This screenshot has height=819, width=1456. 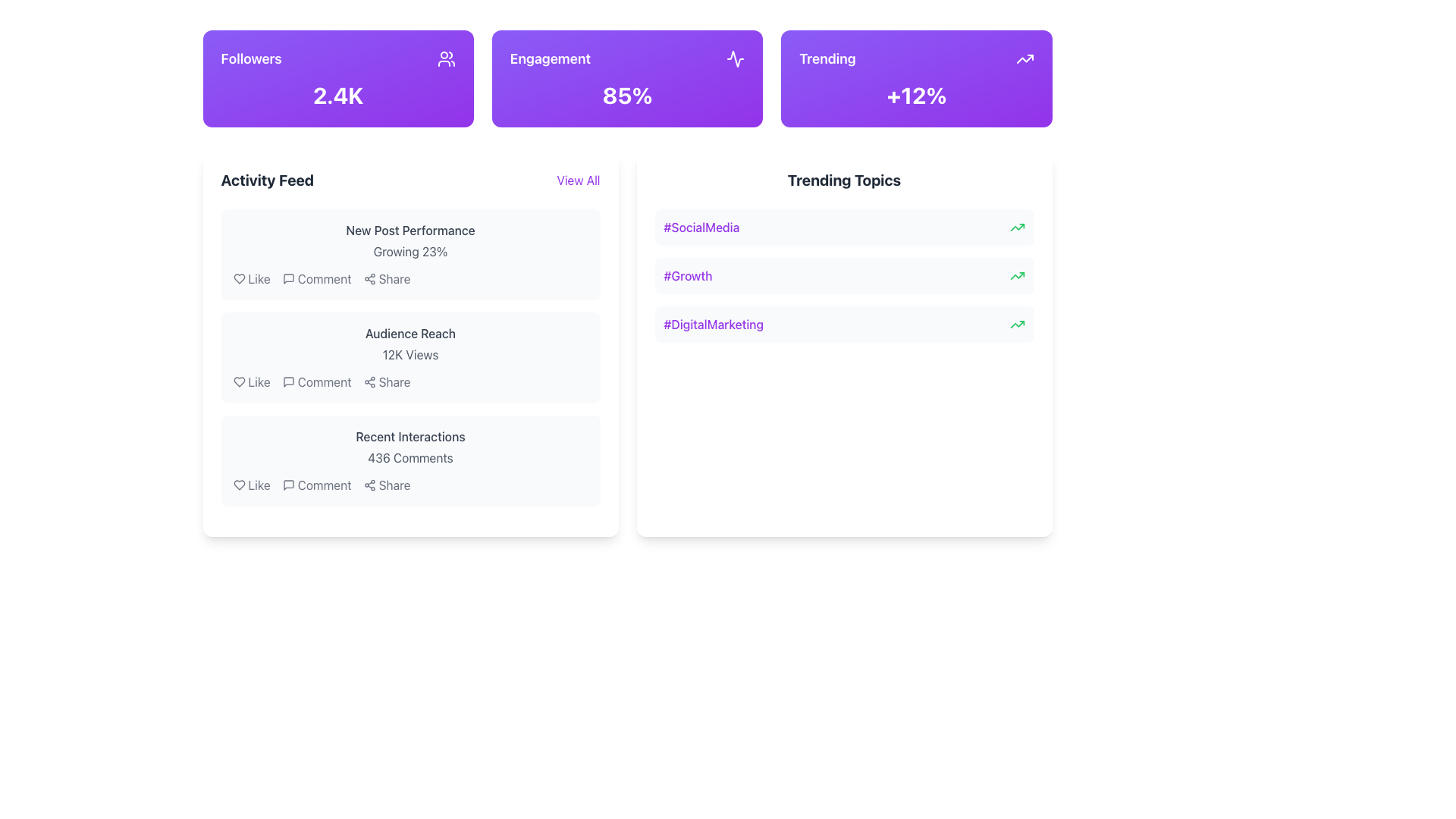 I want to click on the 'Activity Feed' text label, which is styled in bold, large font and dark gray color, located in the upper left corner of the content section, so click(x=267, y=180).